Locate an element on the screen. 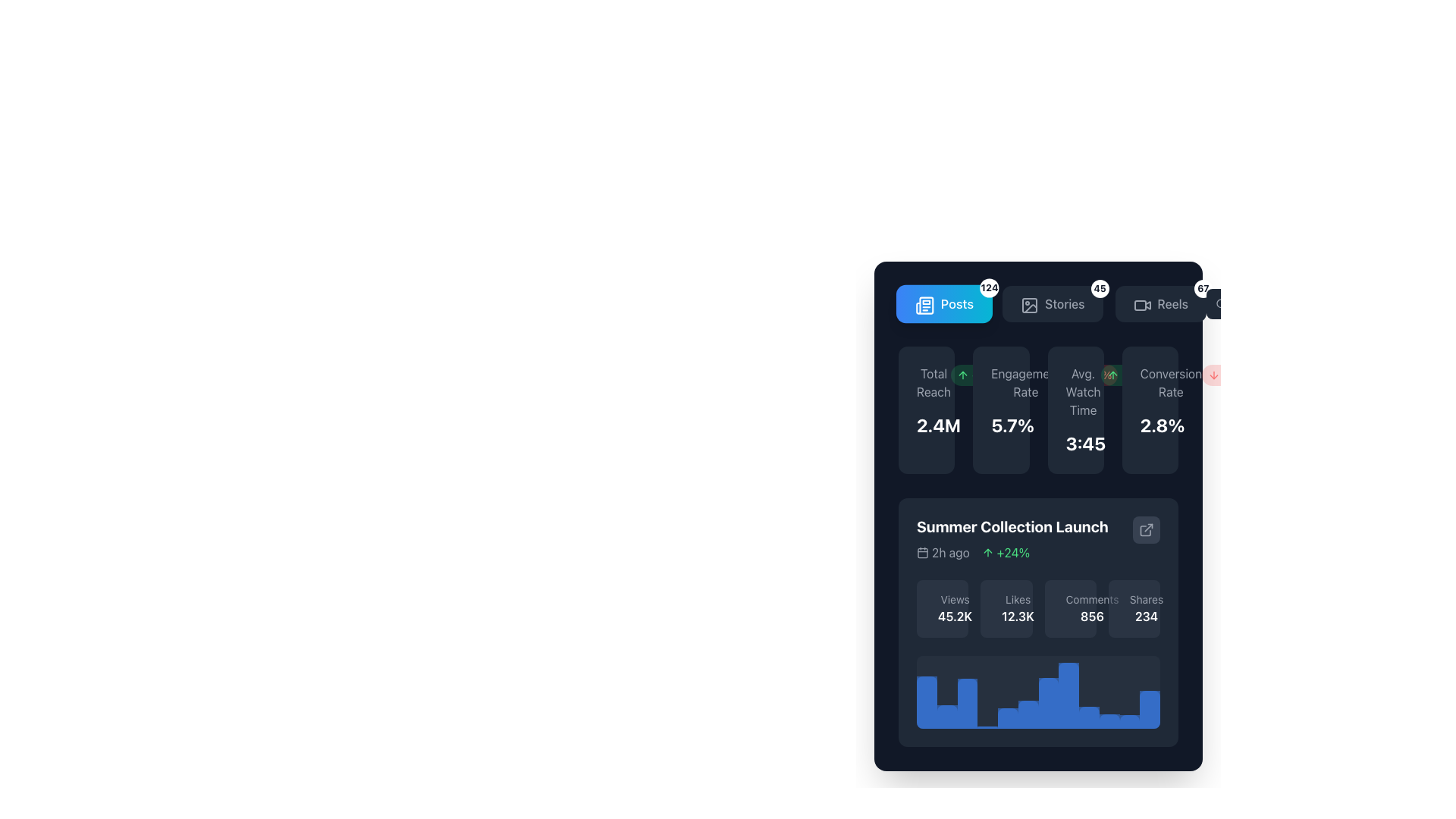 This screenshot has height=819, width=1456. the decorative rectangular element with rounded corners styled in dark color within the calendar icon located near the 'Summer Collection Launch' section is located at coordinates (922, 553).